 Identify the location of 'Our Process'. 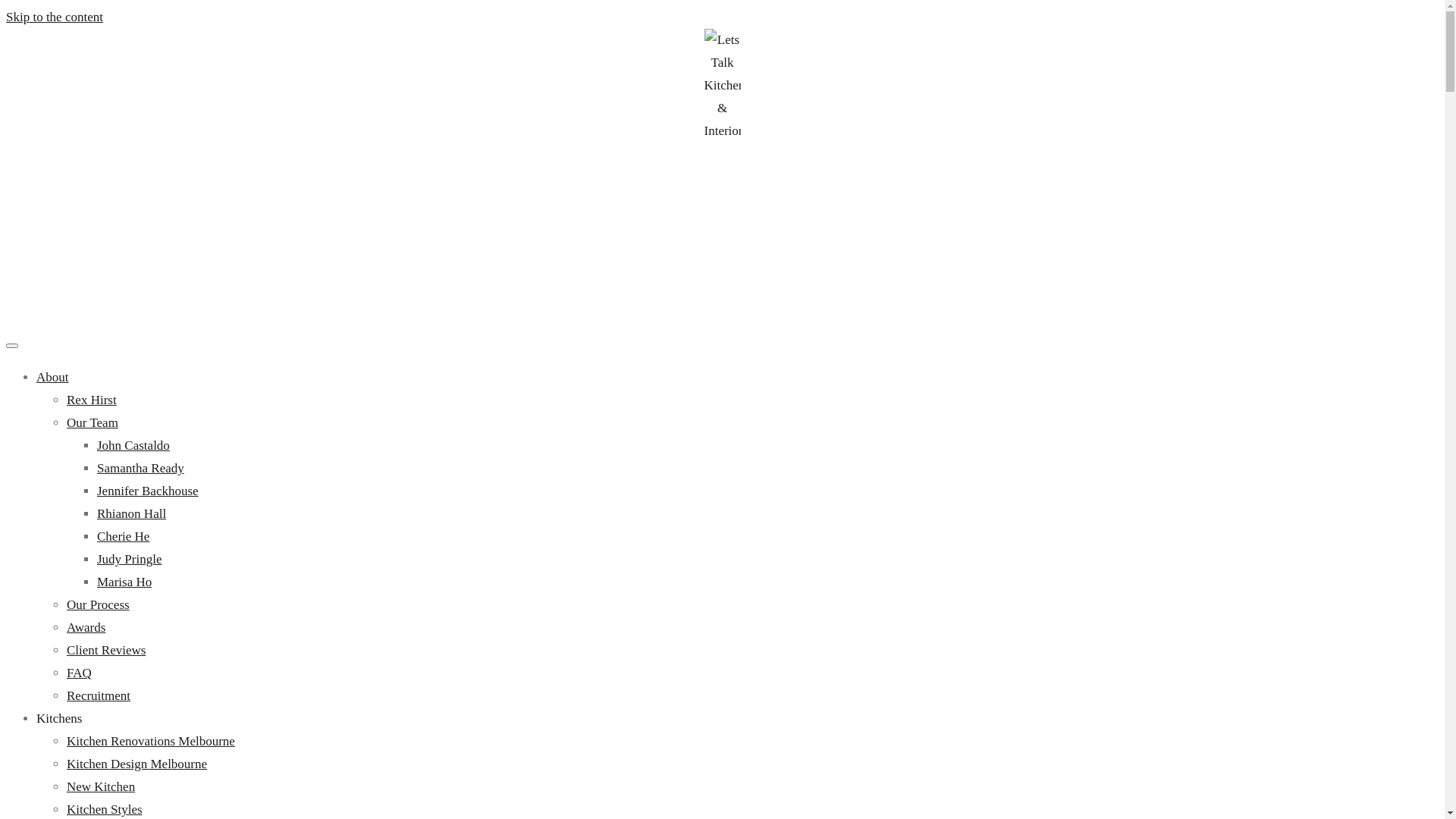
(65, 604).